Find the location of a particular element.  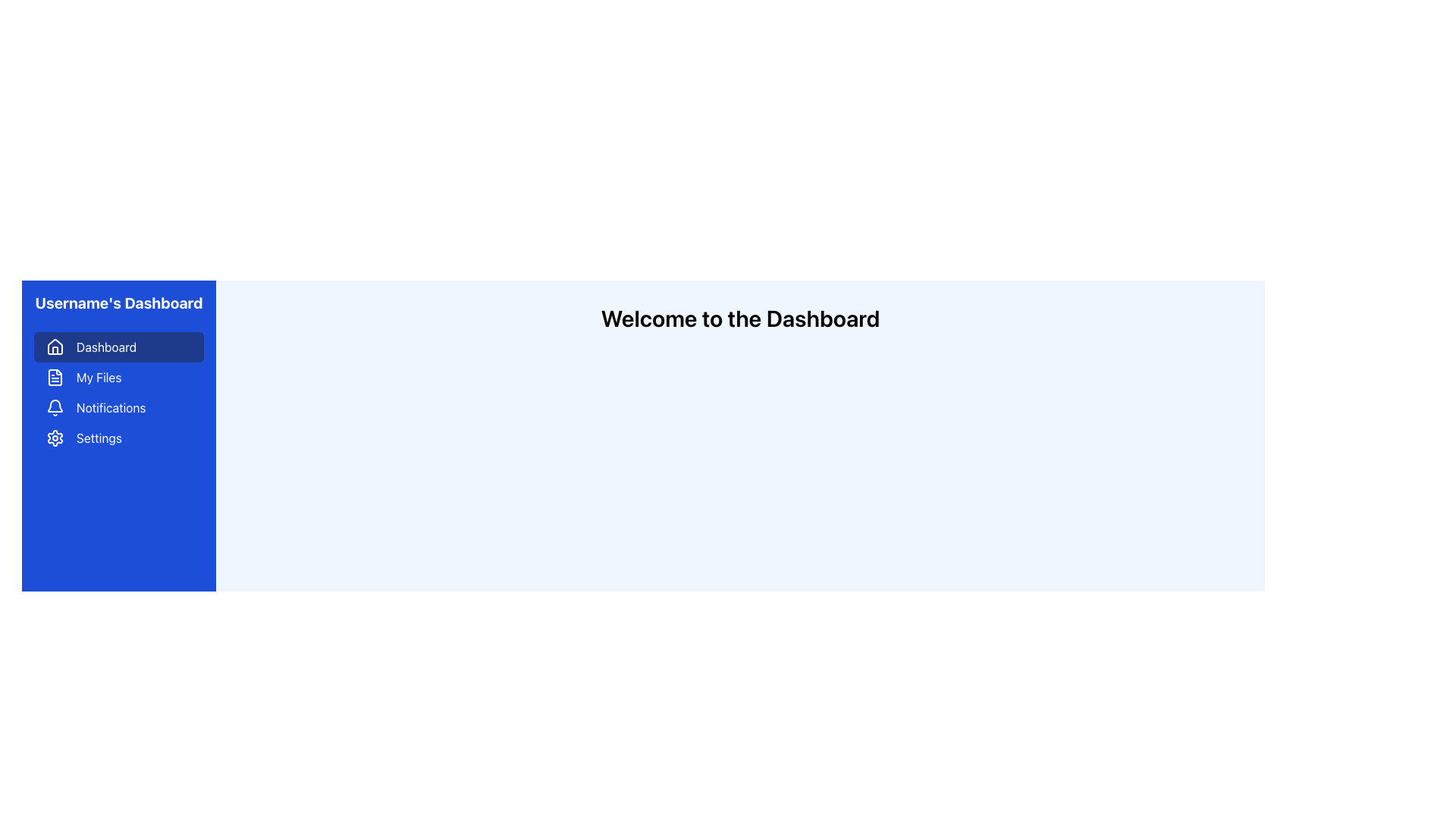

the 'My Files' navigation button located in the sidebar menu, positioned below the 'Dashboard' button and above the 'Notifications' button, to redirect to the corresponding section is located at coordinates (118, 376).